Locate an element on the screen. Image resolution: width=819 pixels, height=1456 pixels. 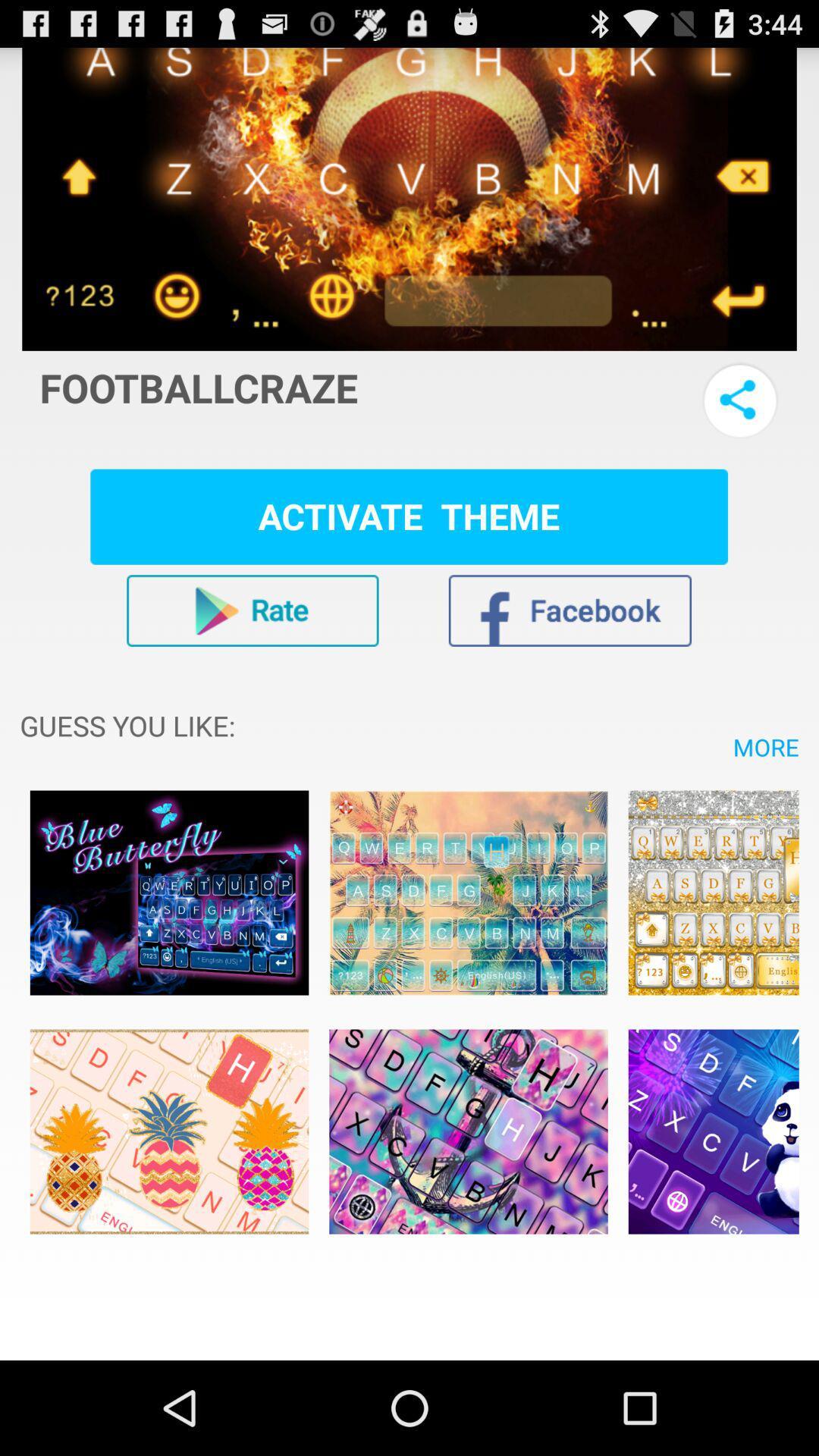
image choice is located at coordinates (467, 893).